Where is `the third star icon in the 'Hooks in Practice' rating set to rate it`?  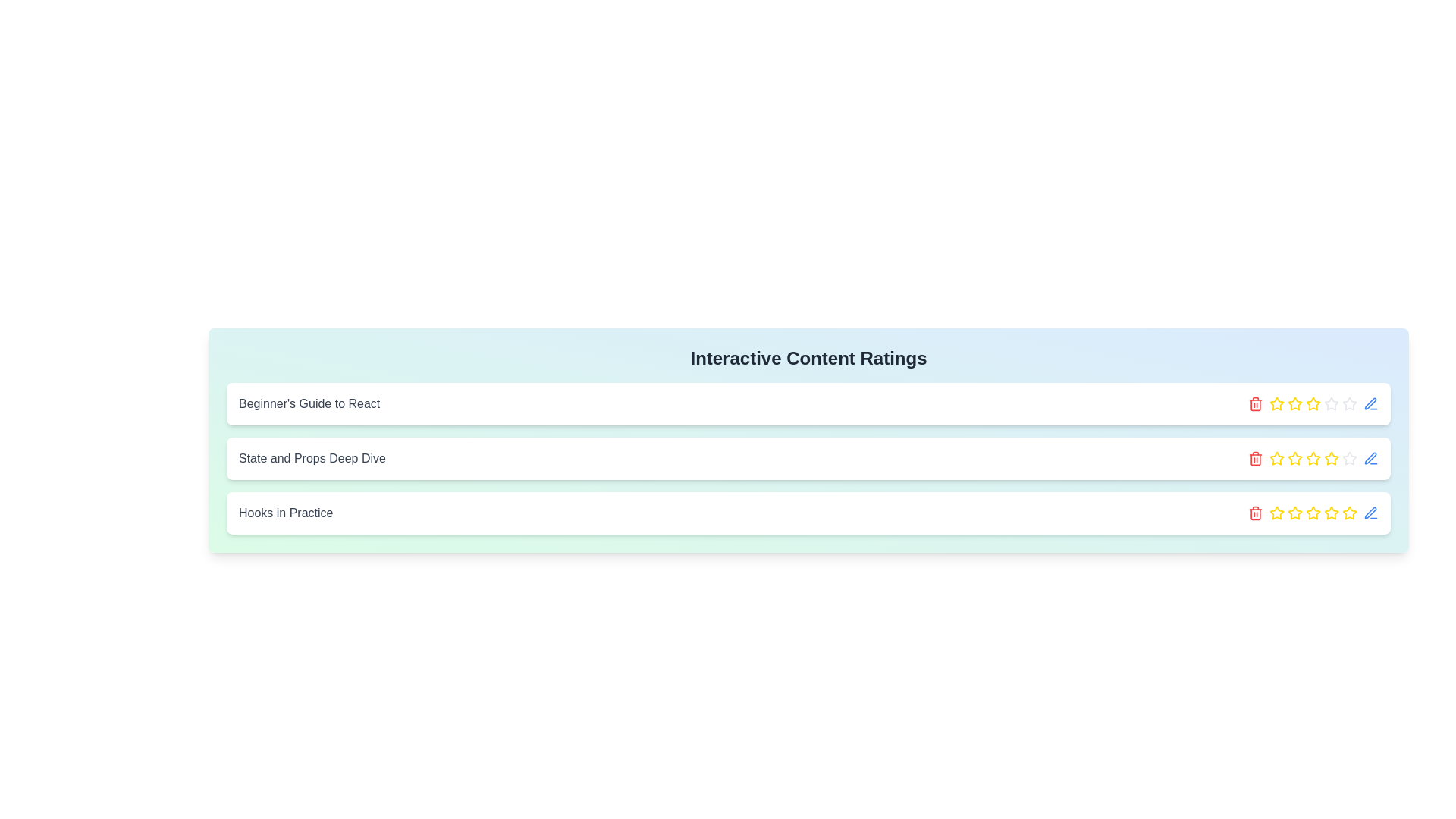
the third star icon in the 'Hooks in Practice' rating set to rate it is located at coordinates (1312, 512).